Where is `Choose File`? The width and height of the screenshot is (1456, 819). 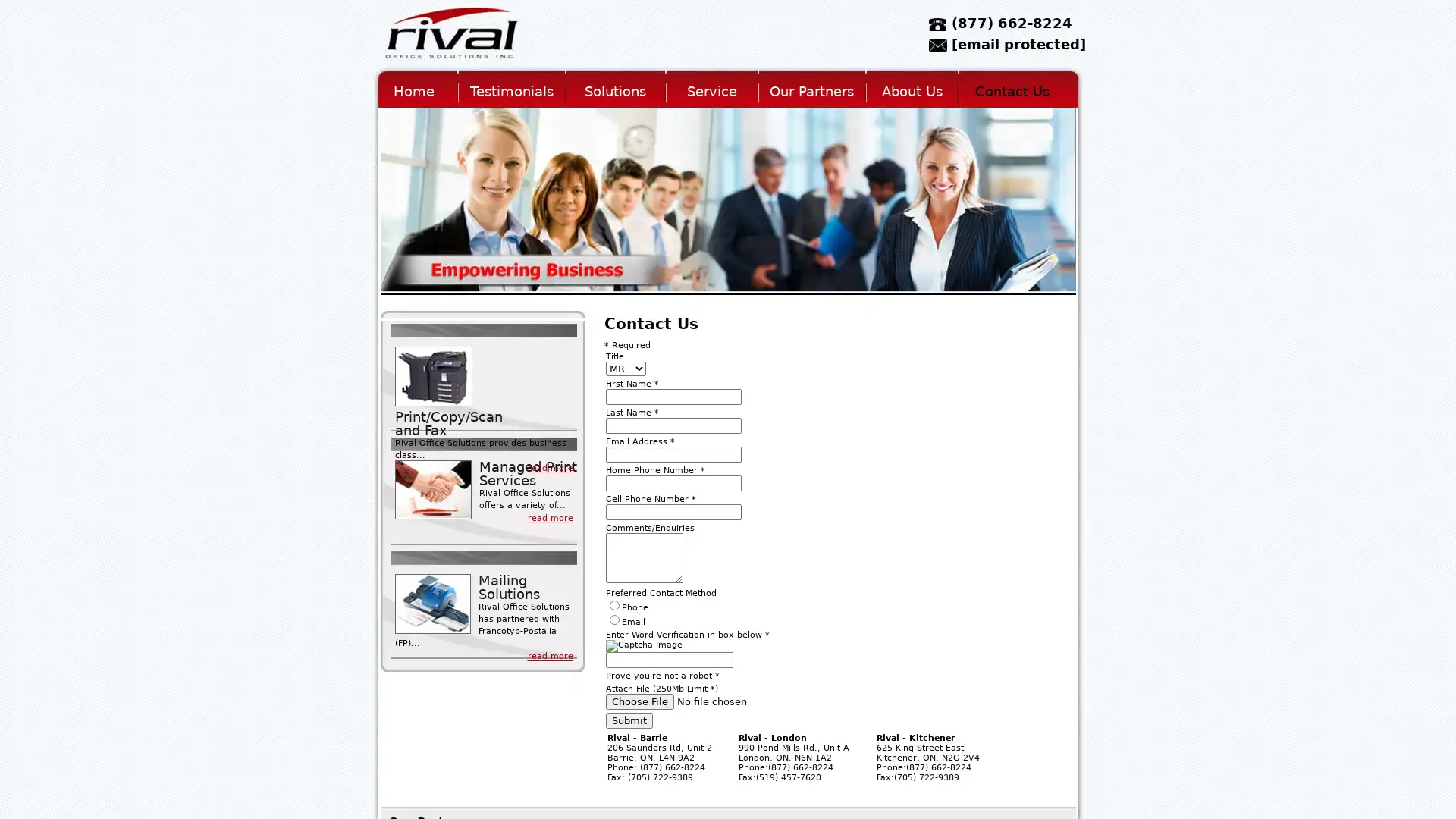 Choose File is located at coordinates (639, 701).